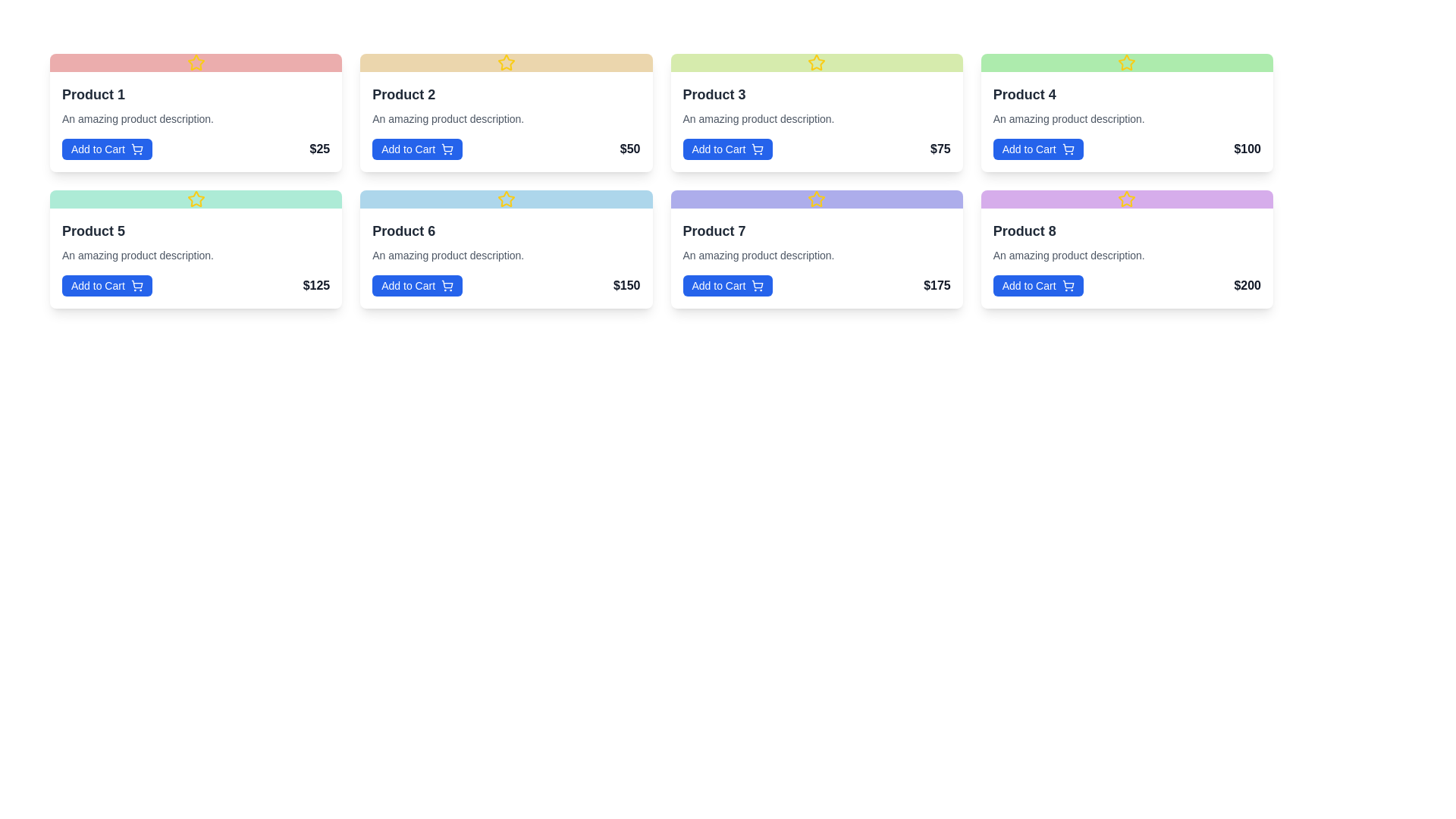  What do you see at coordinates (1247, 149) in the screenshot?
I see `the price information text label located in the 'Product 4' card at the top-right corner, adjacent to the 'Add to Cart' button` at bounding box center [1247, 149].